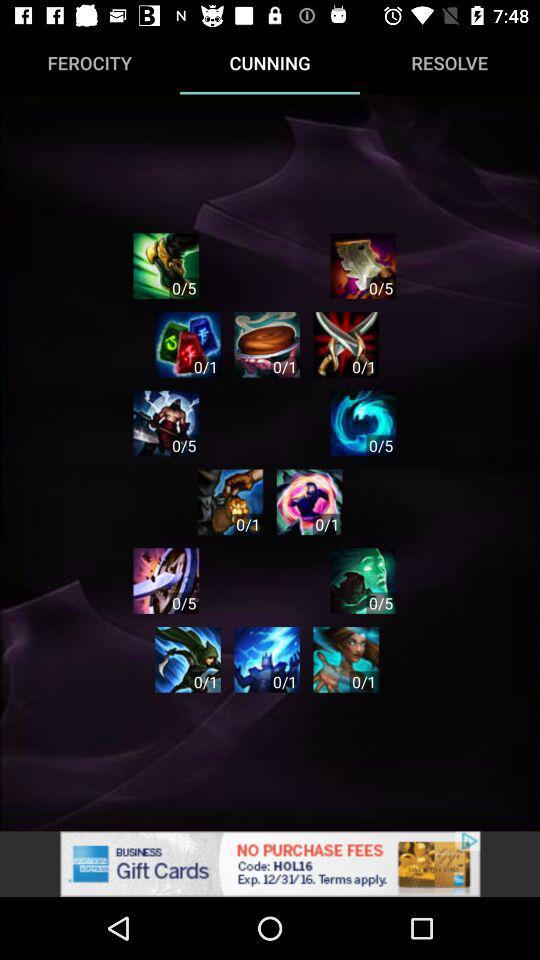  I want to click on click the cunning characters, so click(165, 423).